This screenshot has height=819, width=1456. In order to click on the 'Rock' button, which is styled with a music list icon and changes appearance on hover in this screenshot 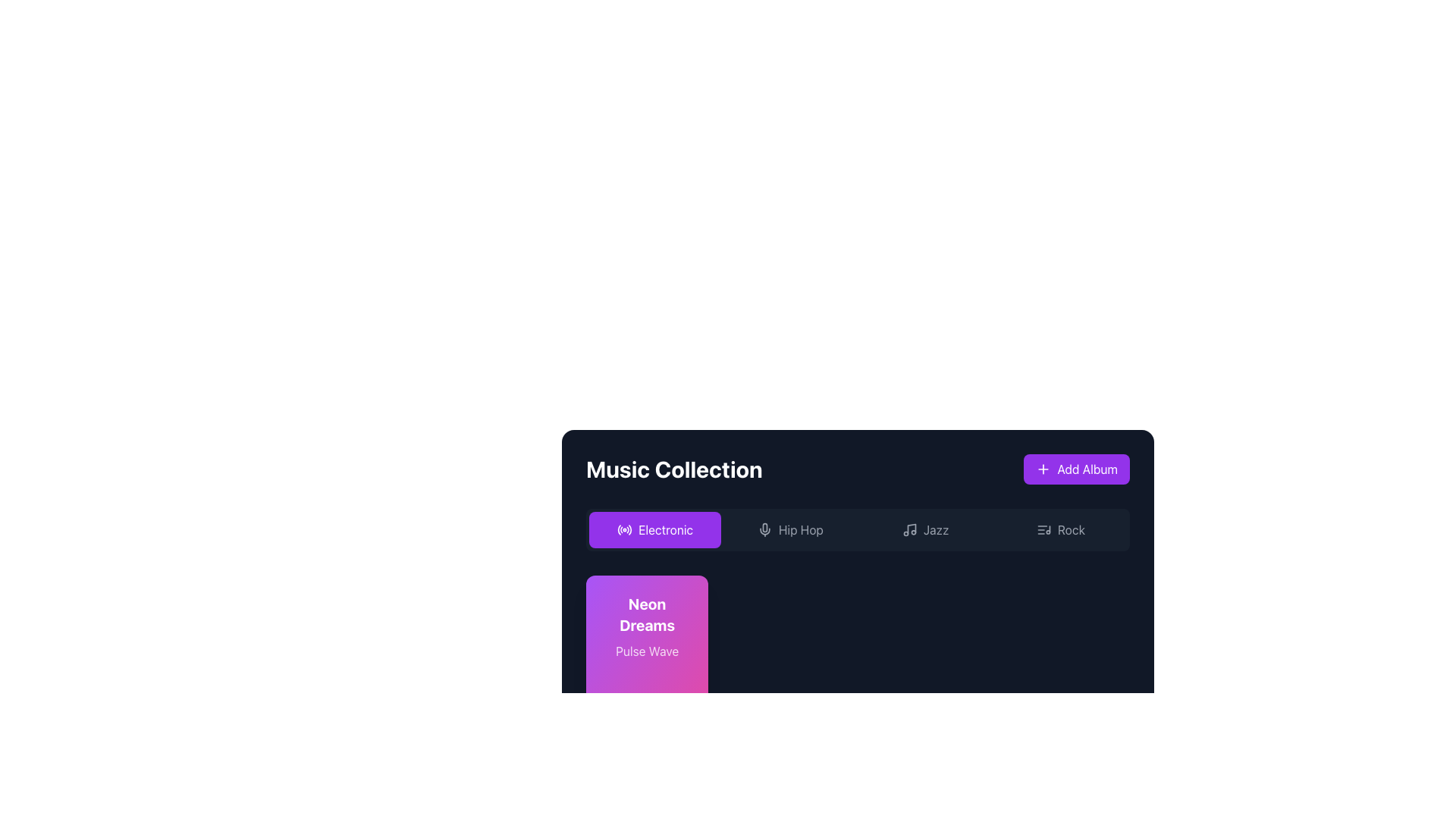, I will do `click(1059, 529)`.